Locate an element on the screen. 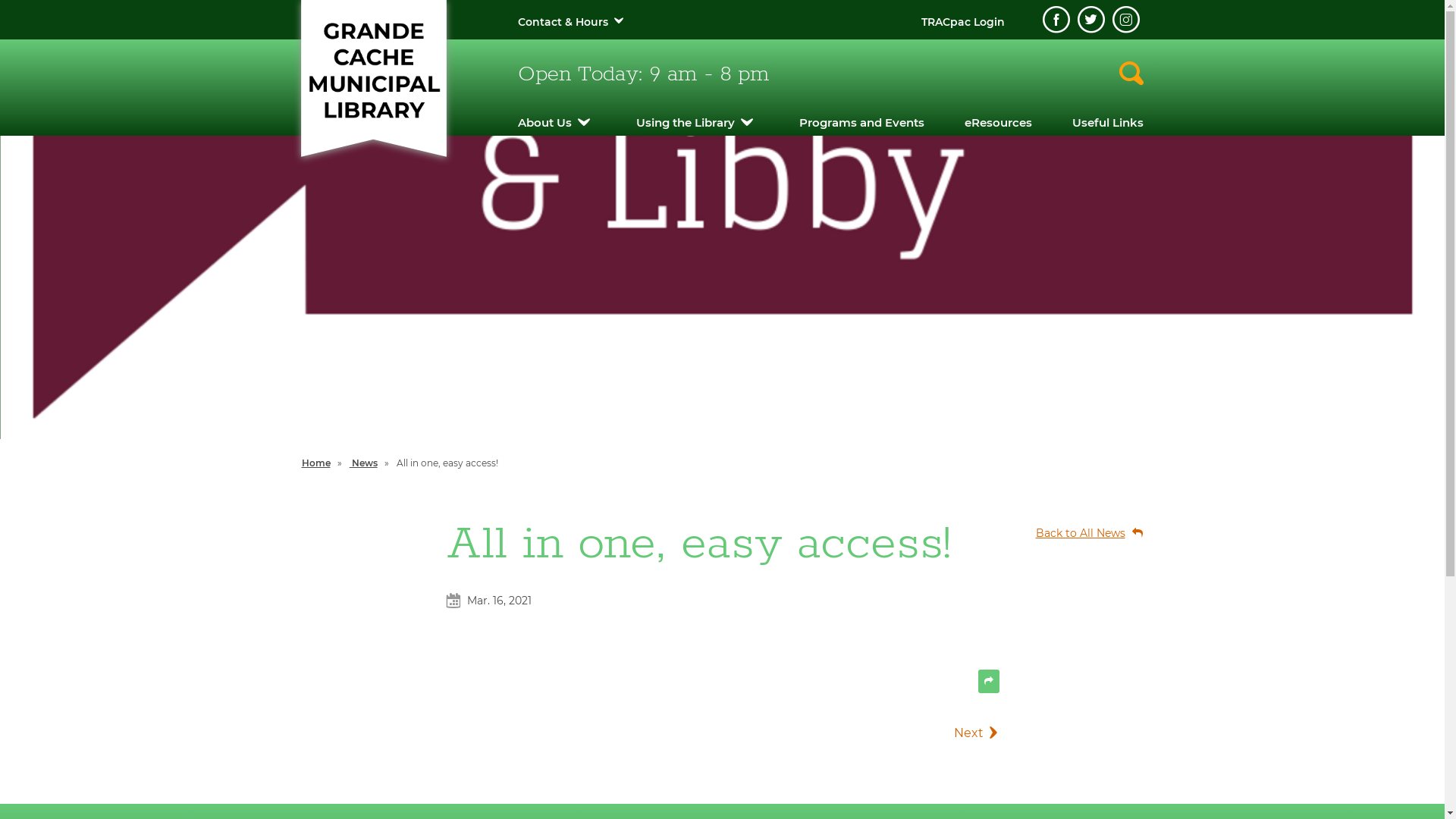 The image size is (1456, 819). 'Twitter' is located at coordinates (1090, 20).